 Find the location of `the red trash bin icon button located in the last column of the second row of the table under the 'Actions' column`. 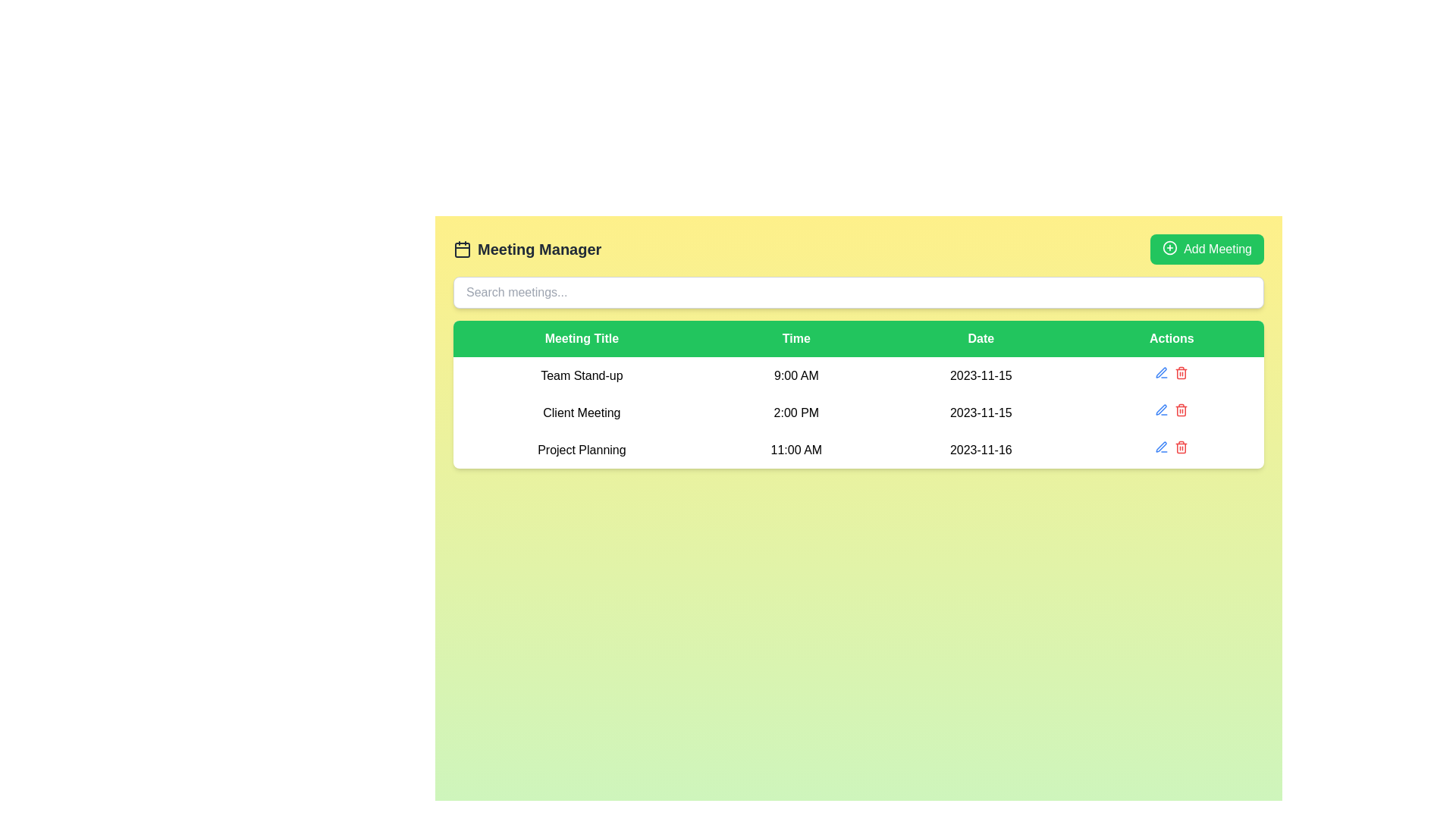

the red trash bin icon button located in the last column of the second row of the table under the 'Actions' column is located at coordinates (1181, 373).